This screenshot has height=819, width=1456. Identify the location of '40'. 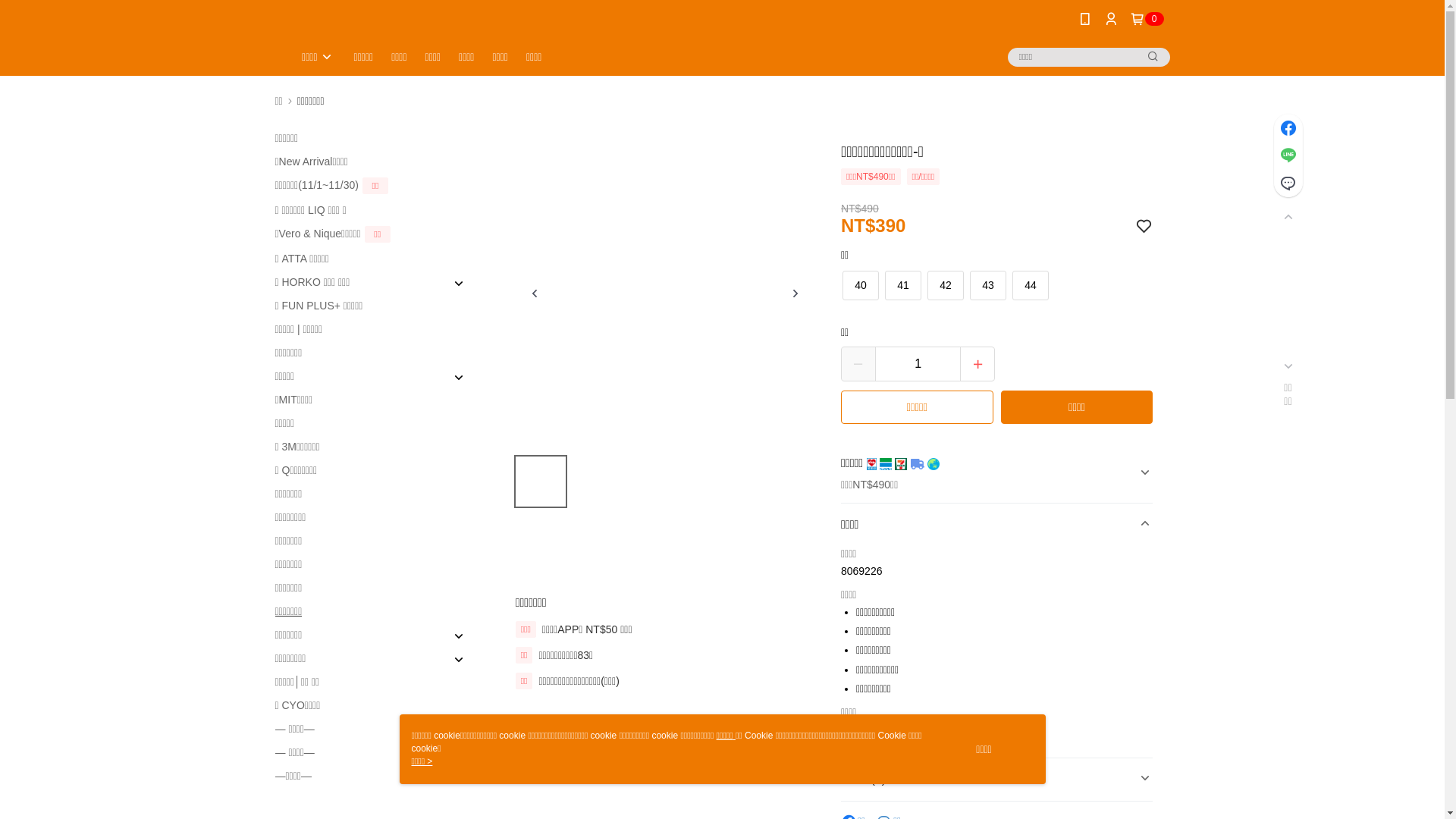
(860, 285).